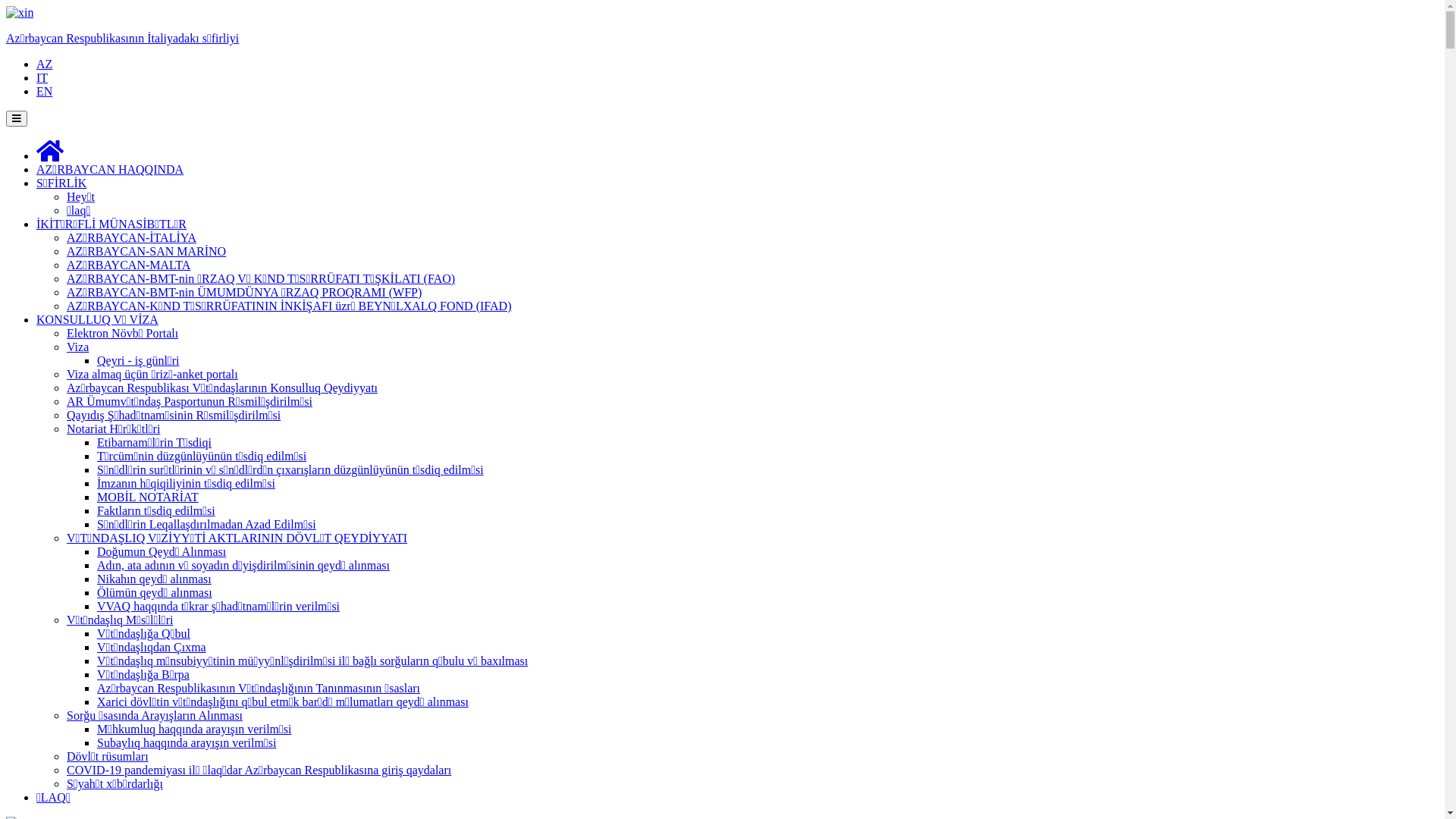  Describe the element at coordinates (42, 77) in the screenshot. I see `'IT'` at that location.